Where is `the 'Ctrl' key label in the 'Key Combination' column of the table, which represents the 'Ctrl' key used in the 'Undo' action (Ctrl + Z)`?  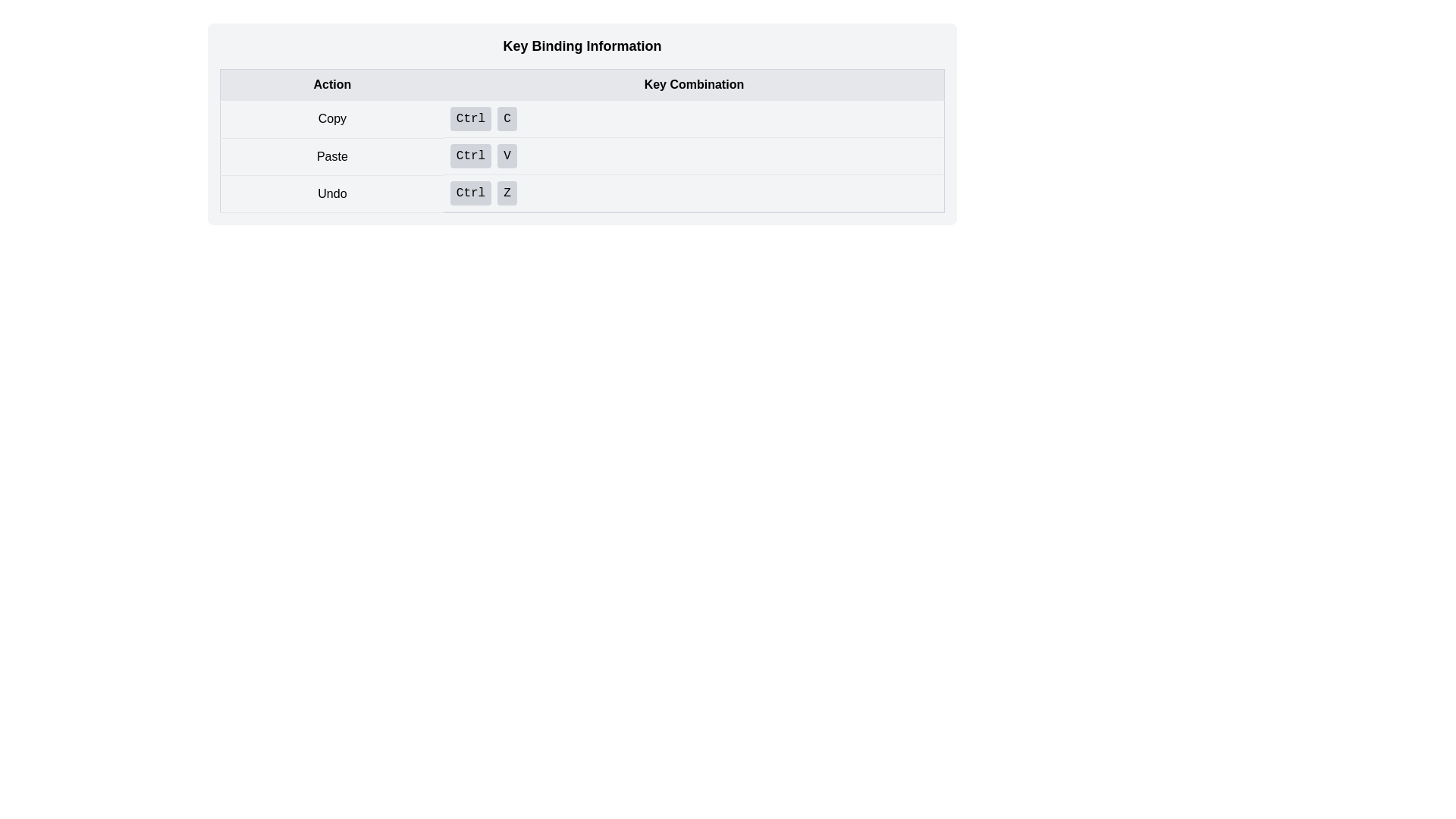 the 'Ctrl' key label in the 'Key Combination' column of the table, which represents the 'Ctrl' key used in the 'Undo' action (Ctrl + Z) is located at coordinates (469, 192).